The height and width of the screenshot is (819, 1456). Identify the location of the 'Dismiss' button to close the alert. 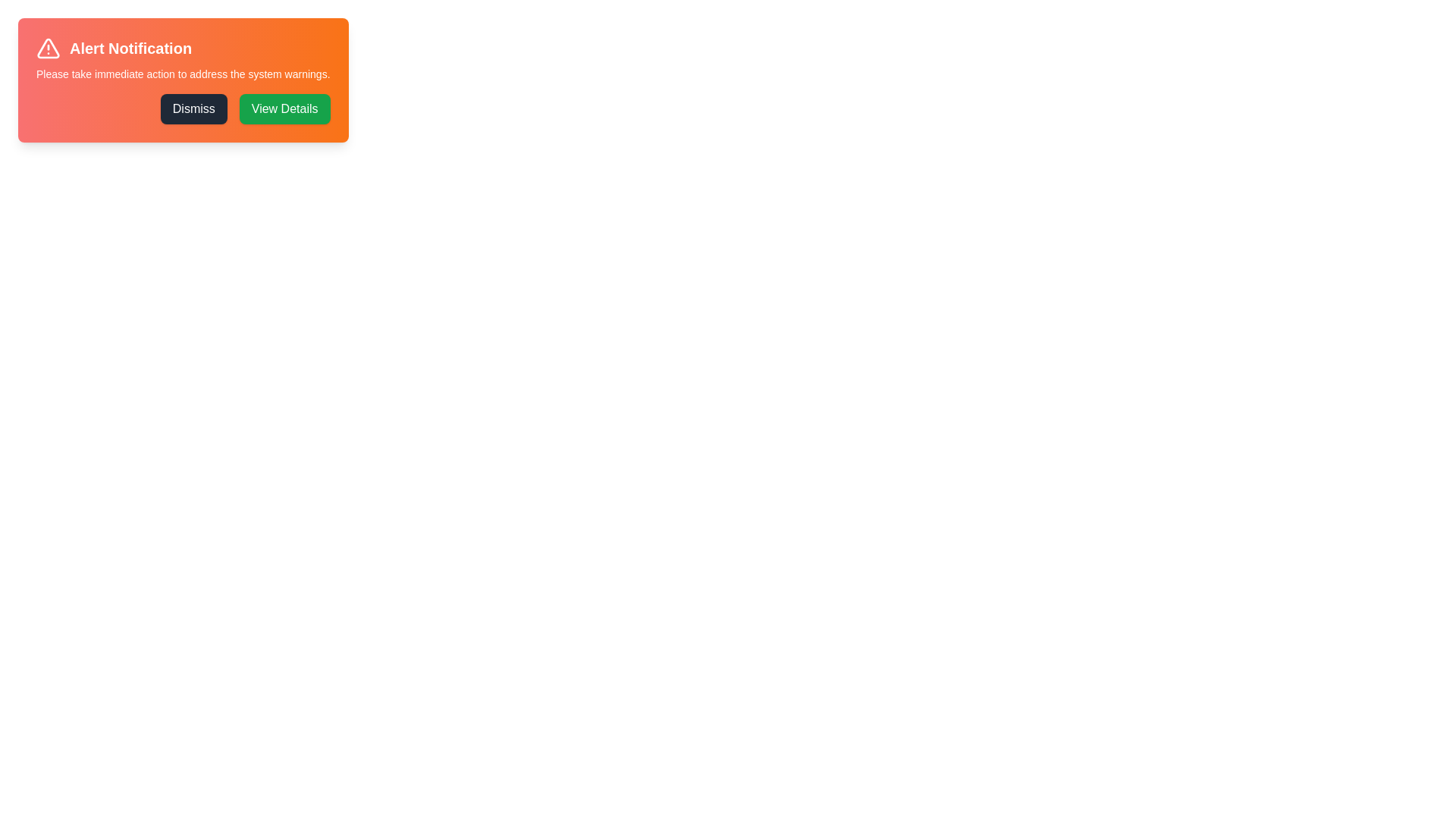
(193, 108).